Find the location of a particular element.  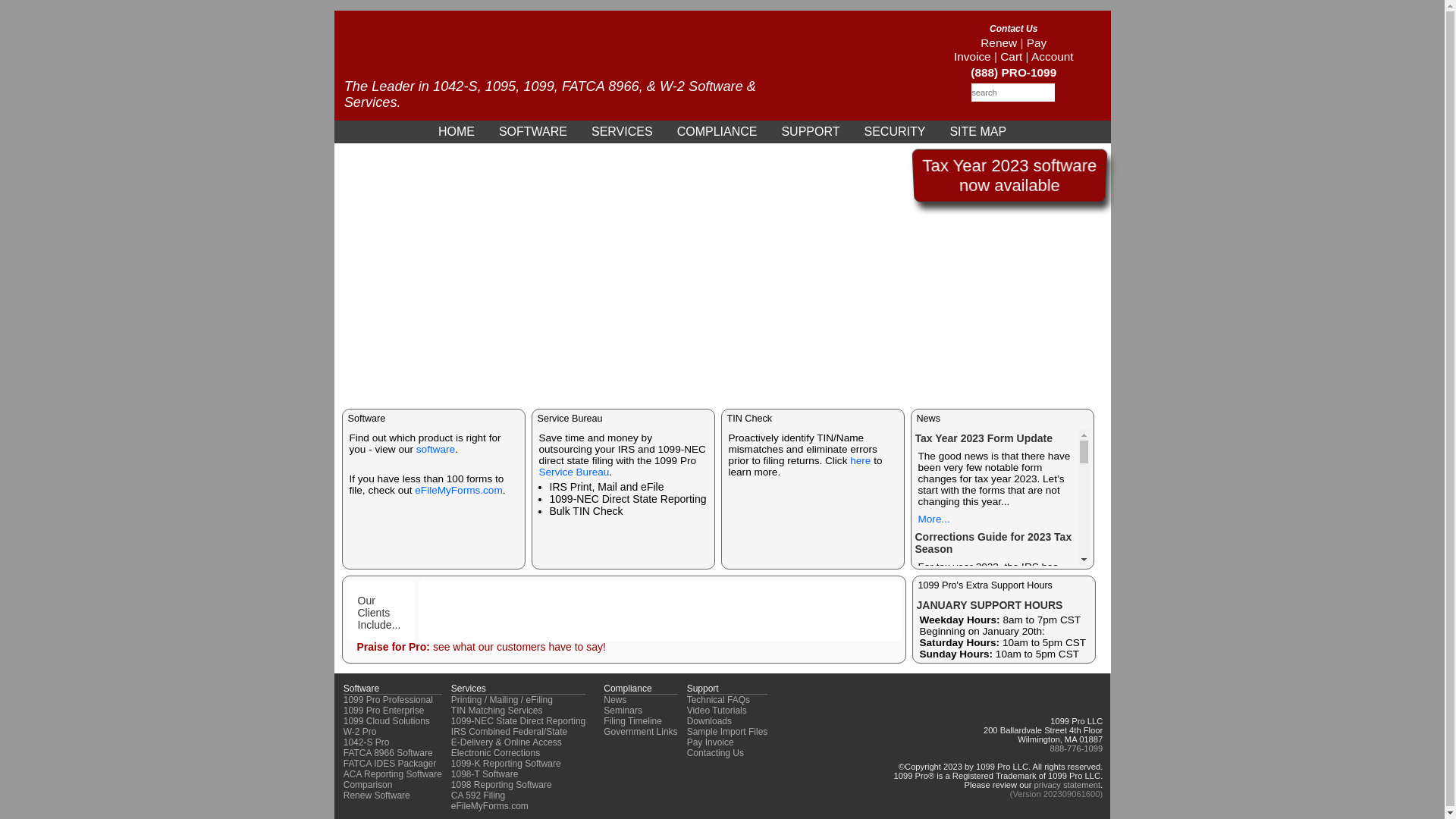

'FATCA 8966 Software' is located at coordinates (388, 752).